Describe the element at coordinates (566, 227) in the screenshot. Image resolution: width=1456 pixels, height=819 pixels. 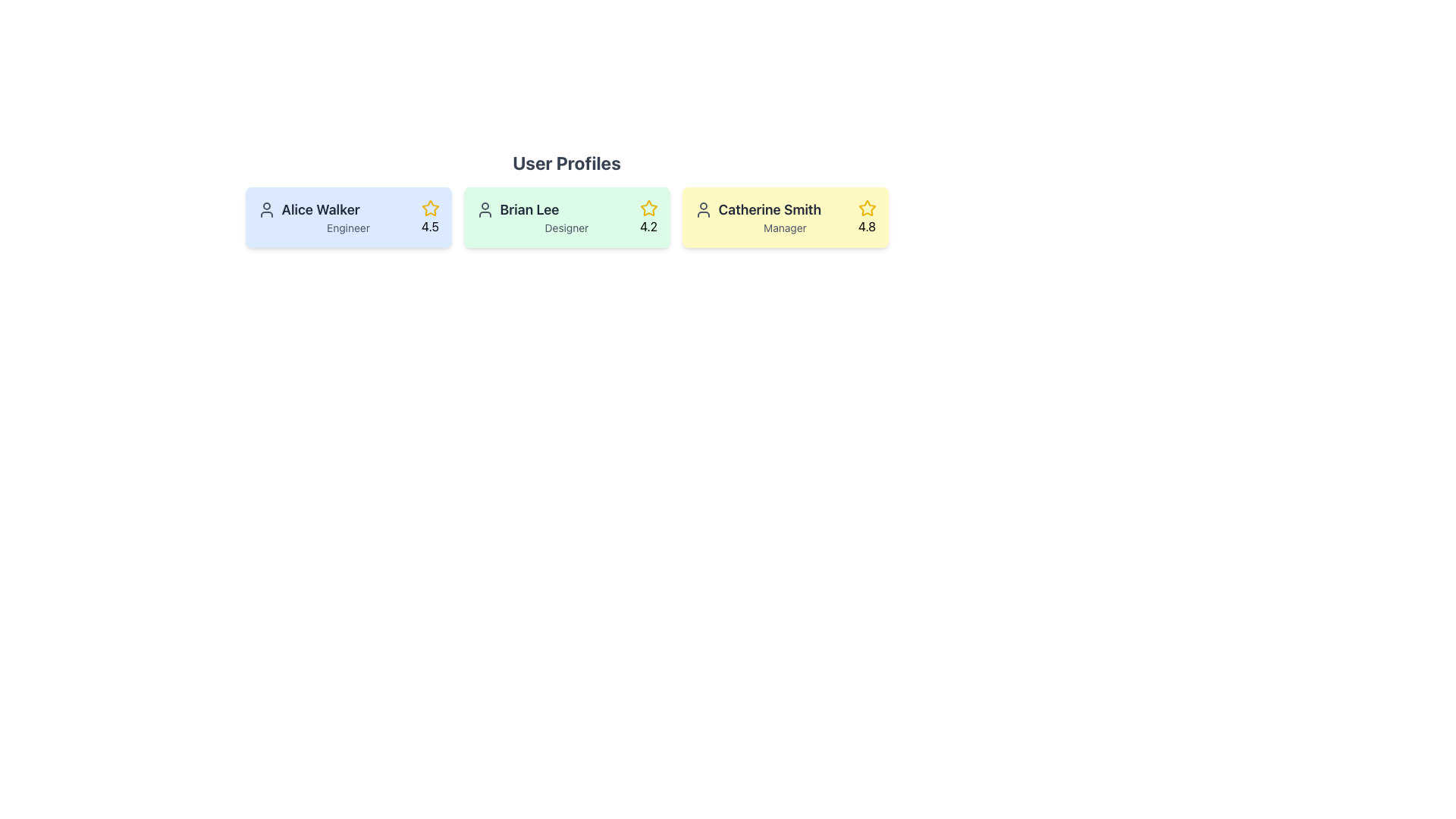
I see `the text label 'Designer' styled in a small gray font, located within the second profile card from the left in the 'User Profiles' row, centered beneath 'Brian Lee' and above the rating '4.2'` at that location.